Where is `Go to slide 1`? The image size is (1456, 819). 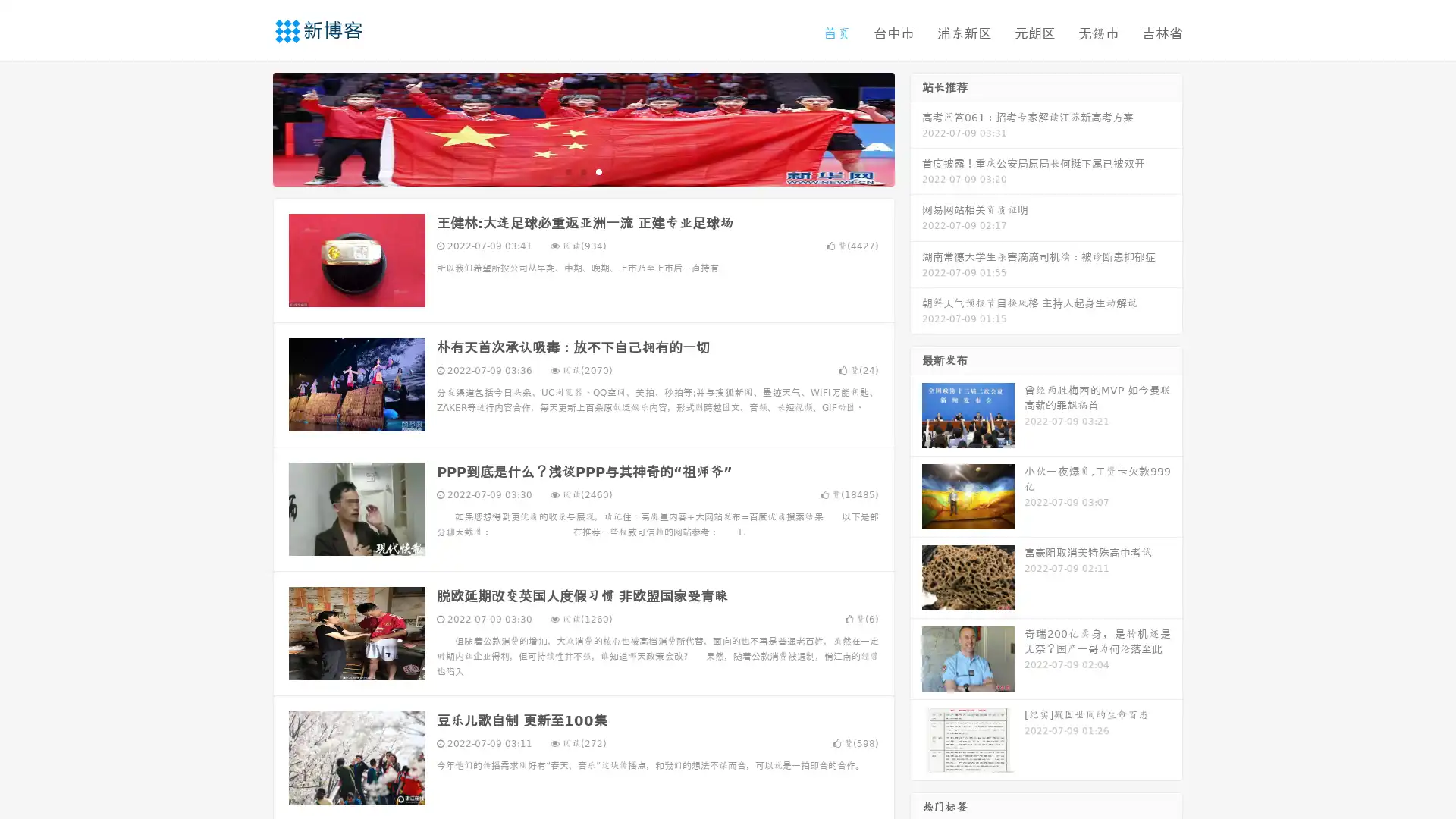
Go to slide 1 is located at coordinates (567, 171).